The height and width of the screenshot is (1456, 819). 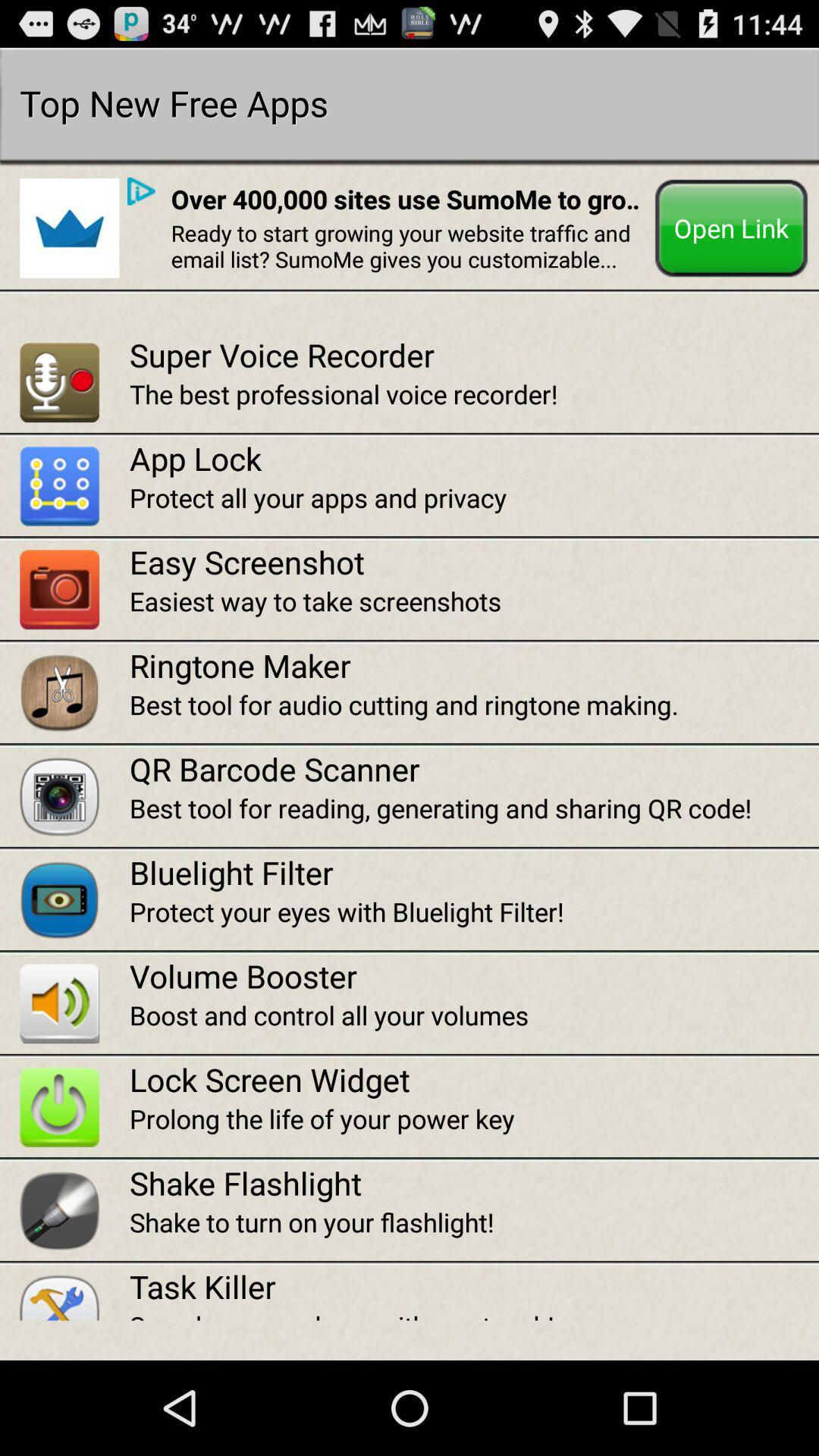 I want to click on the app above prolong the life app, so click(x=473, y=1078).